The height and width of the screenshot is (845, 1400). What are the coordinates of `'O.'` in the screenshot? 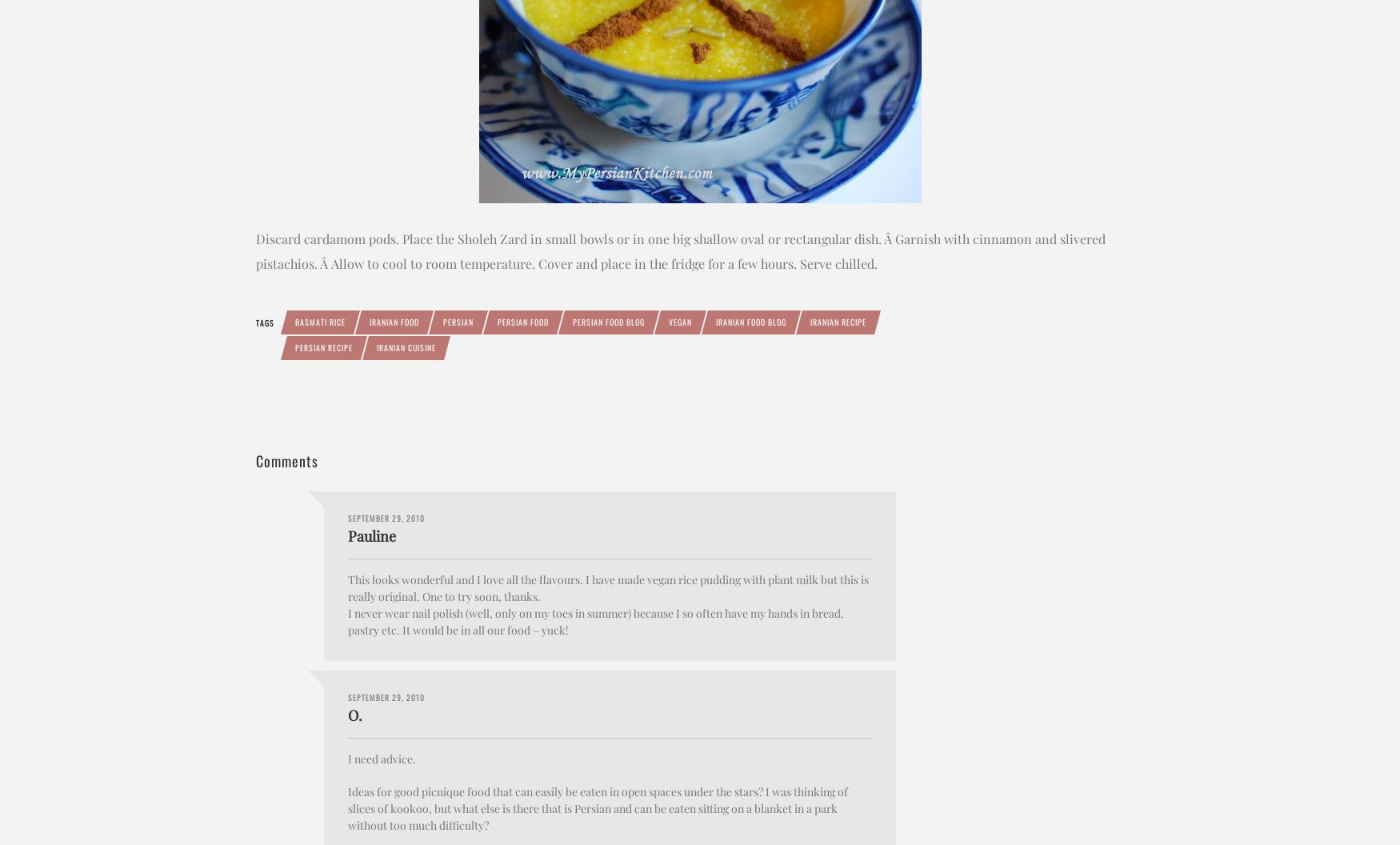 It's located at (354, 713).